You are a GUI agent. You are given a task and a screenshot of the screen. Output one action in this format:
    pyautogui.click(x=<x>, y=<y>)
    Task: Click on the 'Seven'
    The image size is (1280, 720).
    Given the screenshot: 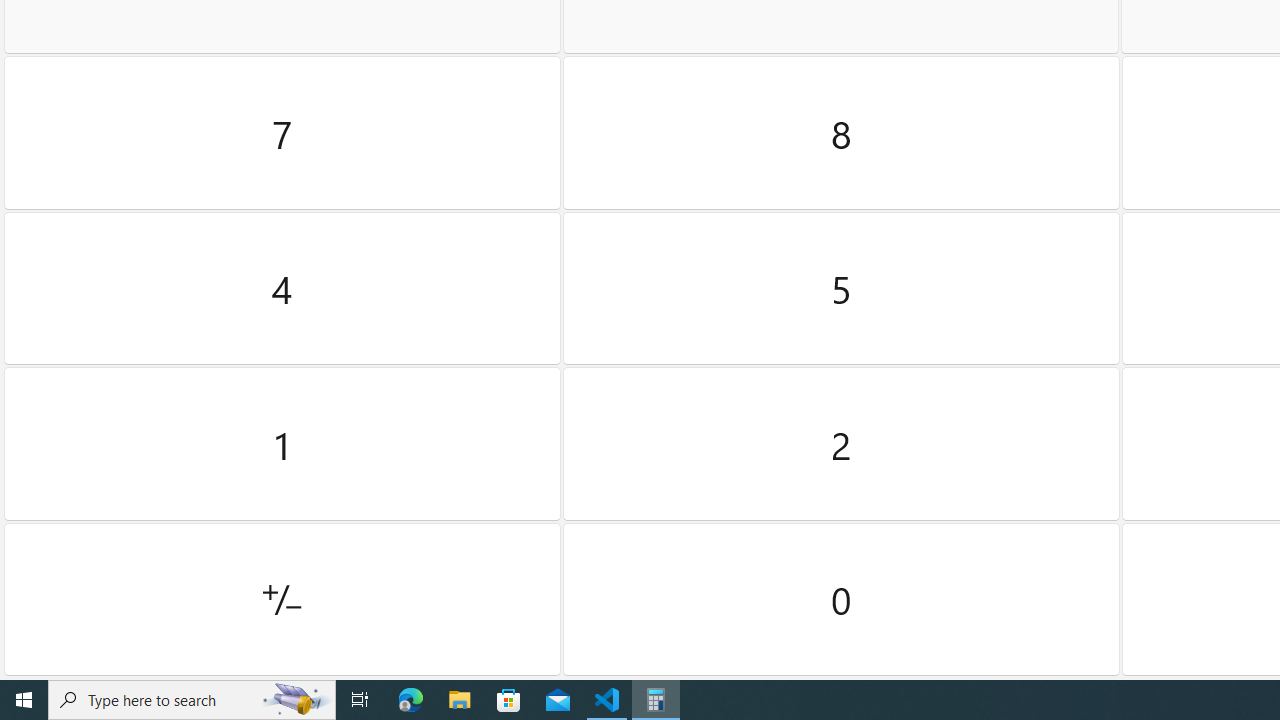 What is the action you would take?
    pyautogui.click(x=281, y=133)
    